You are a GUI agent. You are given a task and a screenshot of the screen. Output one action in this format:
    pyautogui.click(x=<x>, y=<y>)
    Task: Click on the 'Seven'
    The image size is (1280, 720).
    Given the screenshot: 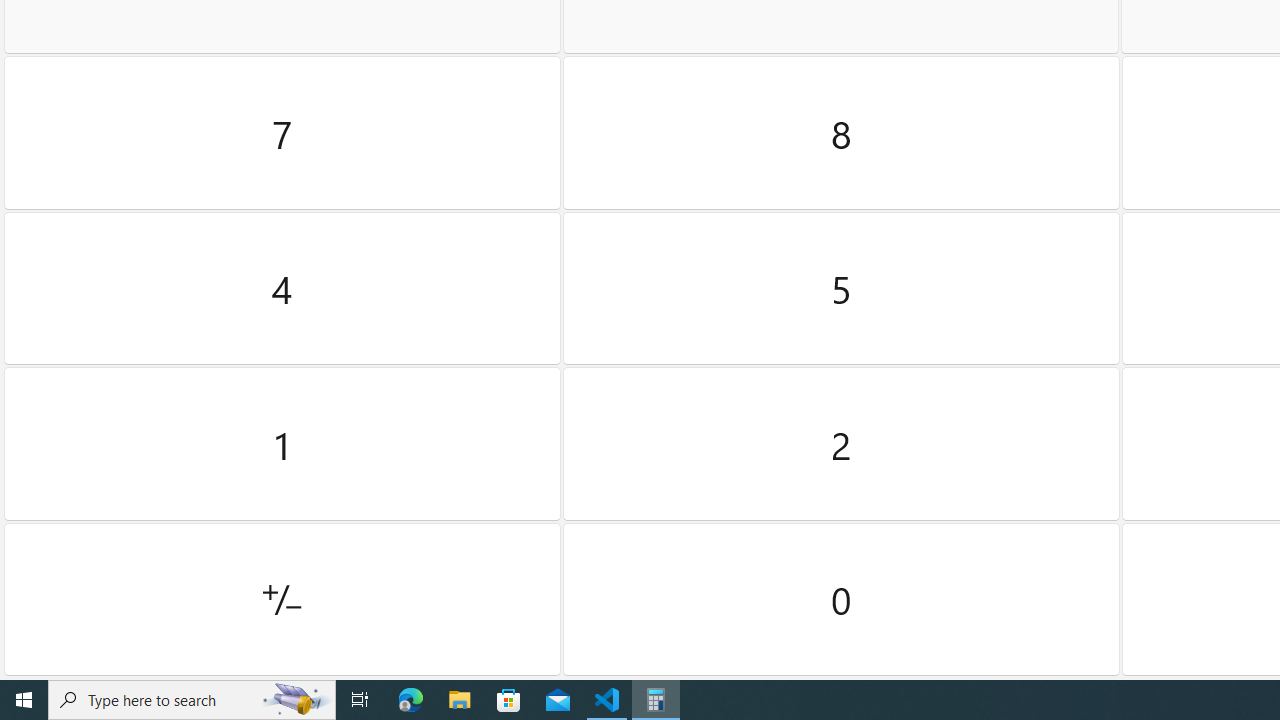 What is the action you would take?
    pyautogui.click(x=281, y=133)
    